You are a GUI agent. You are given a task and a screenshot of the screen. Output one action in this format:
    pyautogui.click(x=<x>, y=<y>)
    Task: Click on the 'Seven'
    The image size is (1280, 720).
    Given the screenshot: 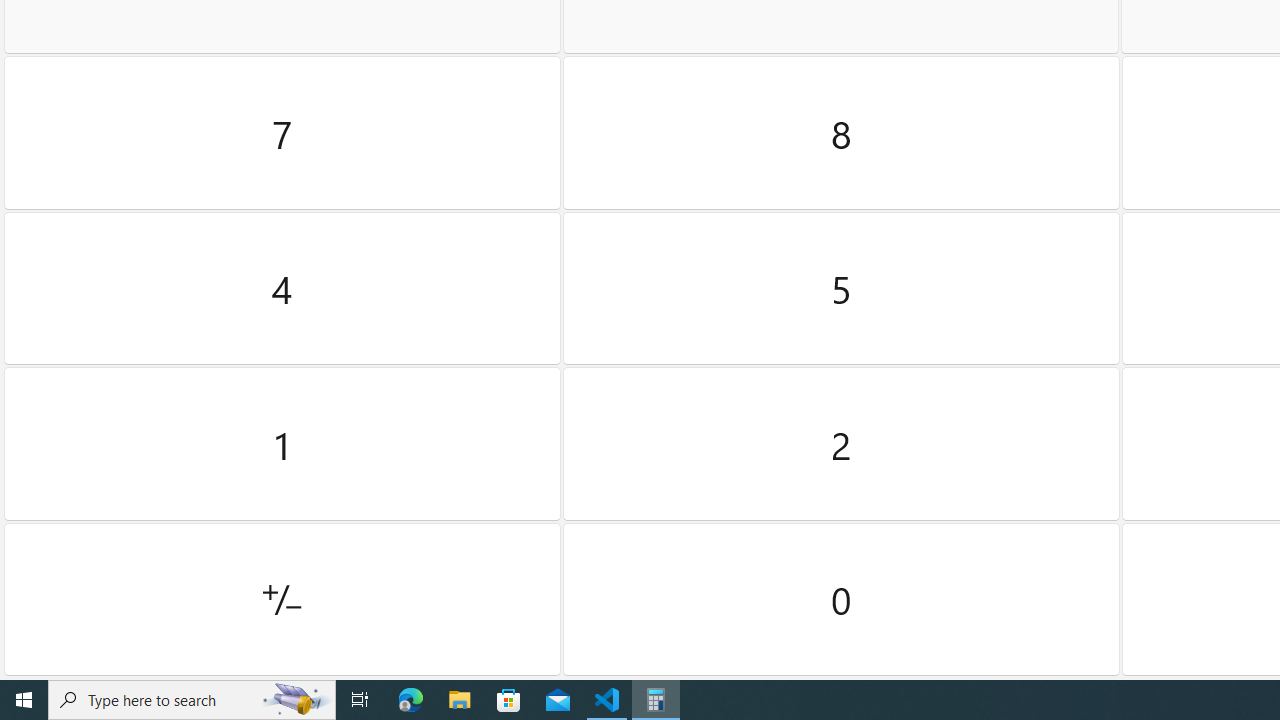 What is the action you would take?
    pyautogui.click(x=281, y=133)
    